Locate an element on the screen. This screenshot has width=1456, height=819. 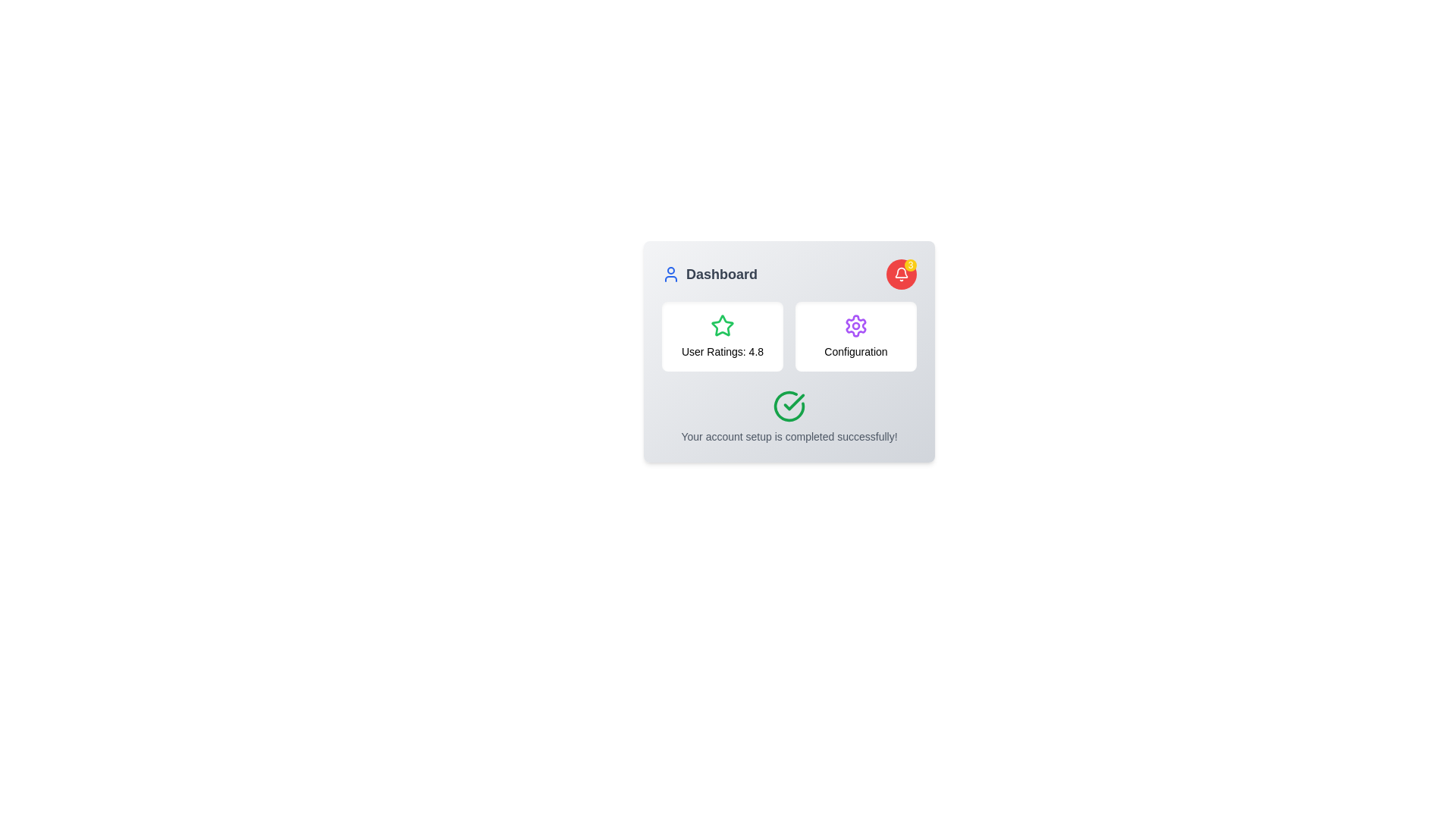
the settings icon located in the central-right area of the dashboard interface, which serves as a shortcut is located at coordinates (855, 325).